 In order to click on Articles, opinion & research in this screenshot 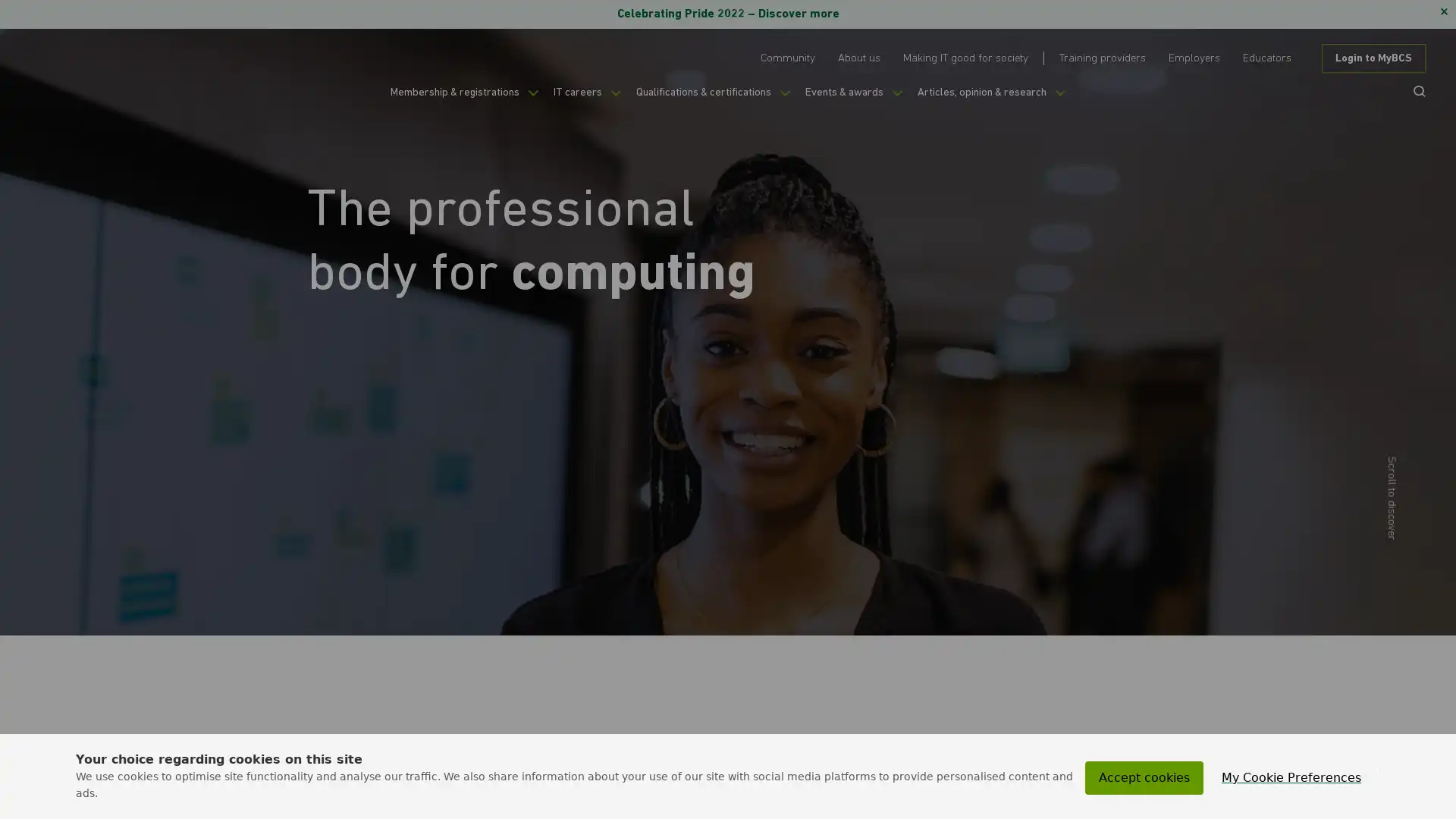, I will do `click(1019, 100)`.